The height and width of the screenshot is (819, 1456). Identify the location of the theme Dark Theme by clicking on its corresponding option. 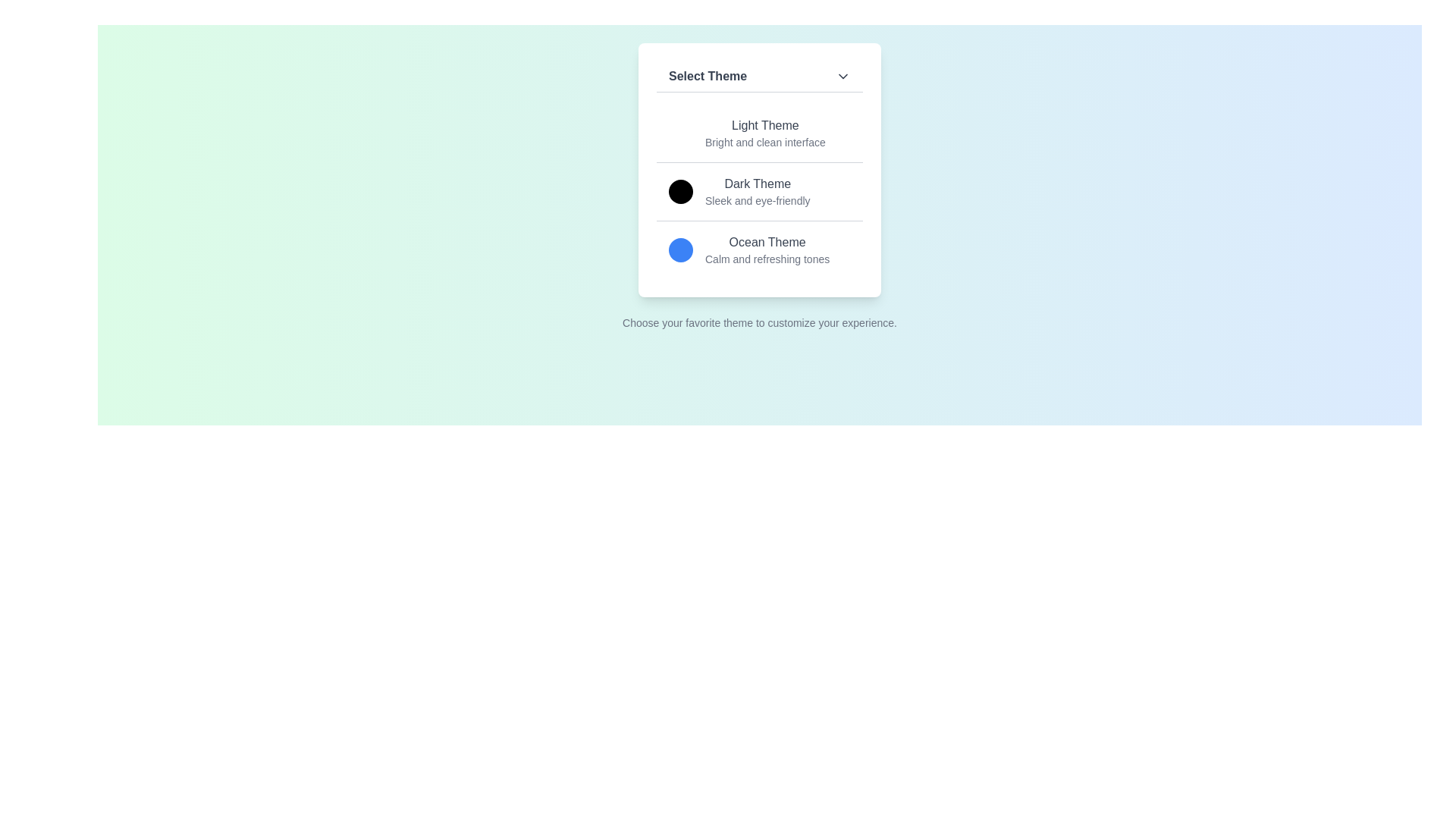
(760, 190).